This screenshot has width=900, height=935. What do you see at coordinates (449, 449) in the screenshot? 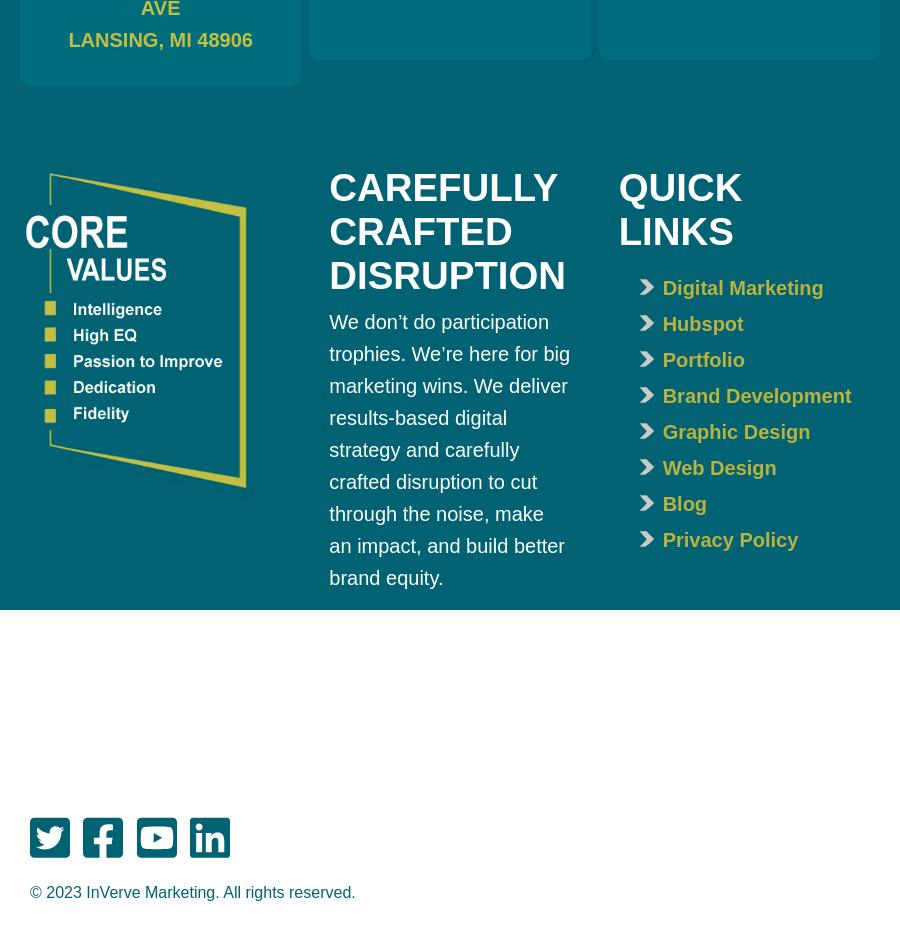
I see `'We don’t do participation trophies. We’re here for big marketing wins. We deliver results-based digital strategy and carefully crafted disruption to cut through the noise, make an impact, and build better brand equity.'` at bounding box center [449, 449].